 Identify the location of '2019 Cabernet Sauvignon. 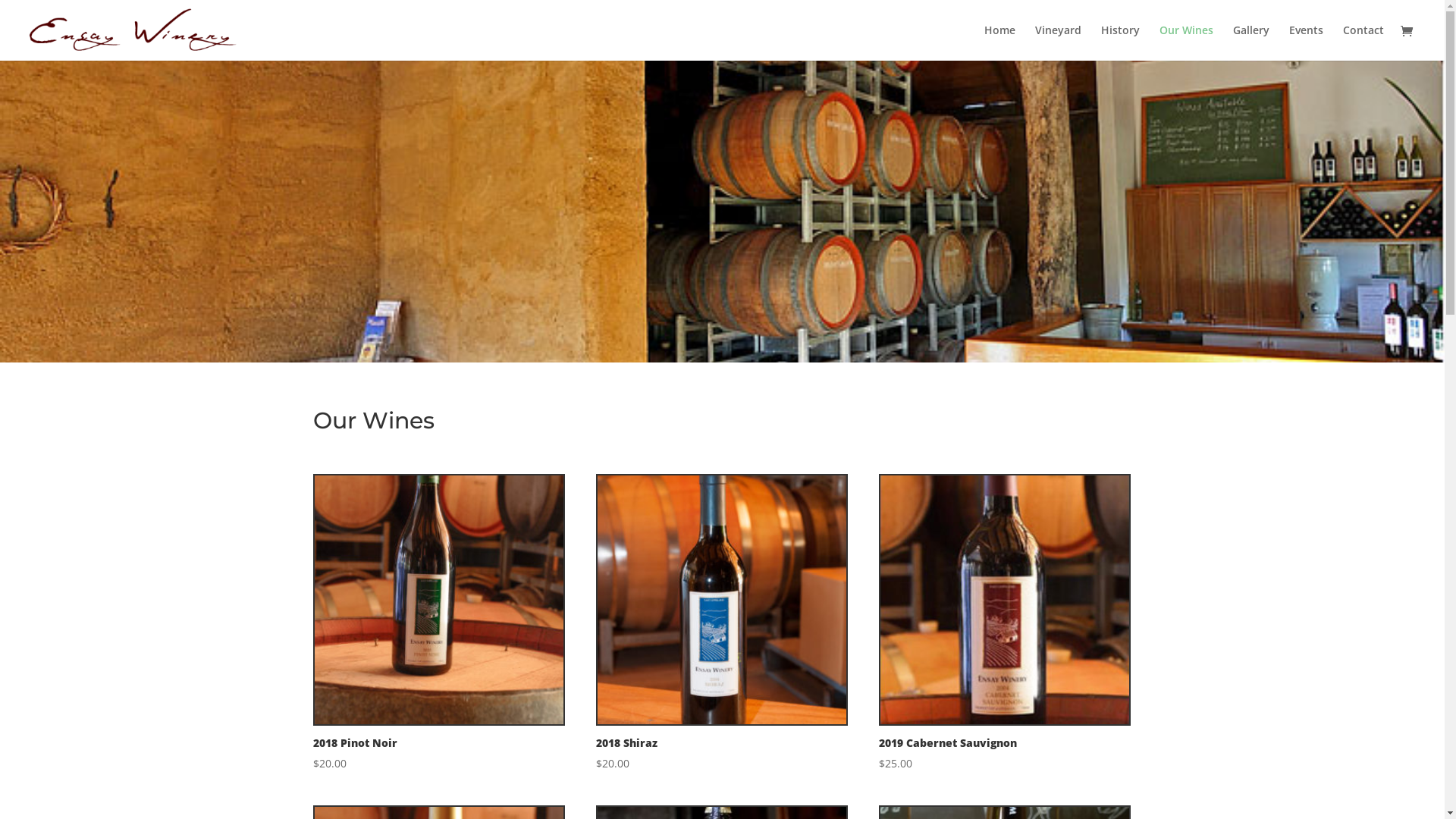
(1004, 623).